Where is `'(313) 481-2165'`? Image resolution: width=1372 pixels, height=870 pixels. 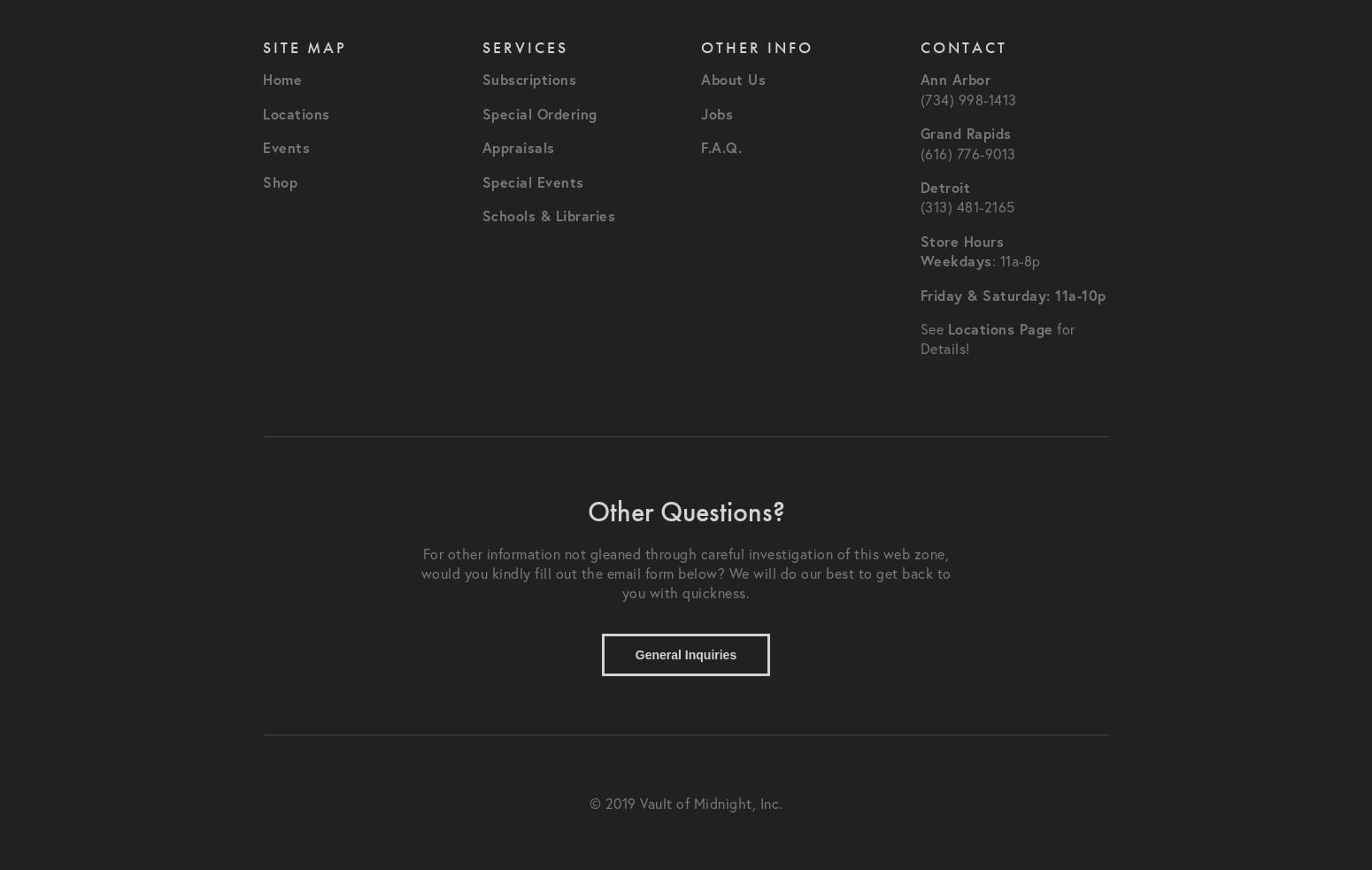
'(313) 481-2165' is located at coordinates (919, 206).